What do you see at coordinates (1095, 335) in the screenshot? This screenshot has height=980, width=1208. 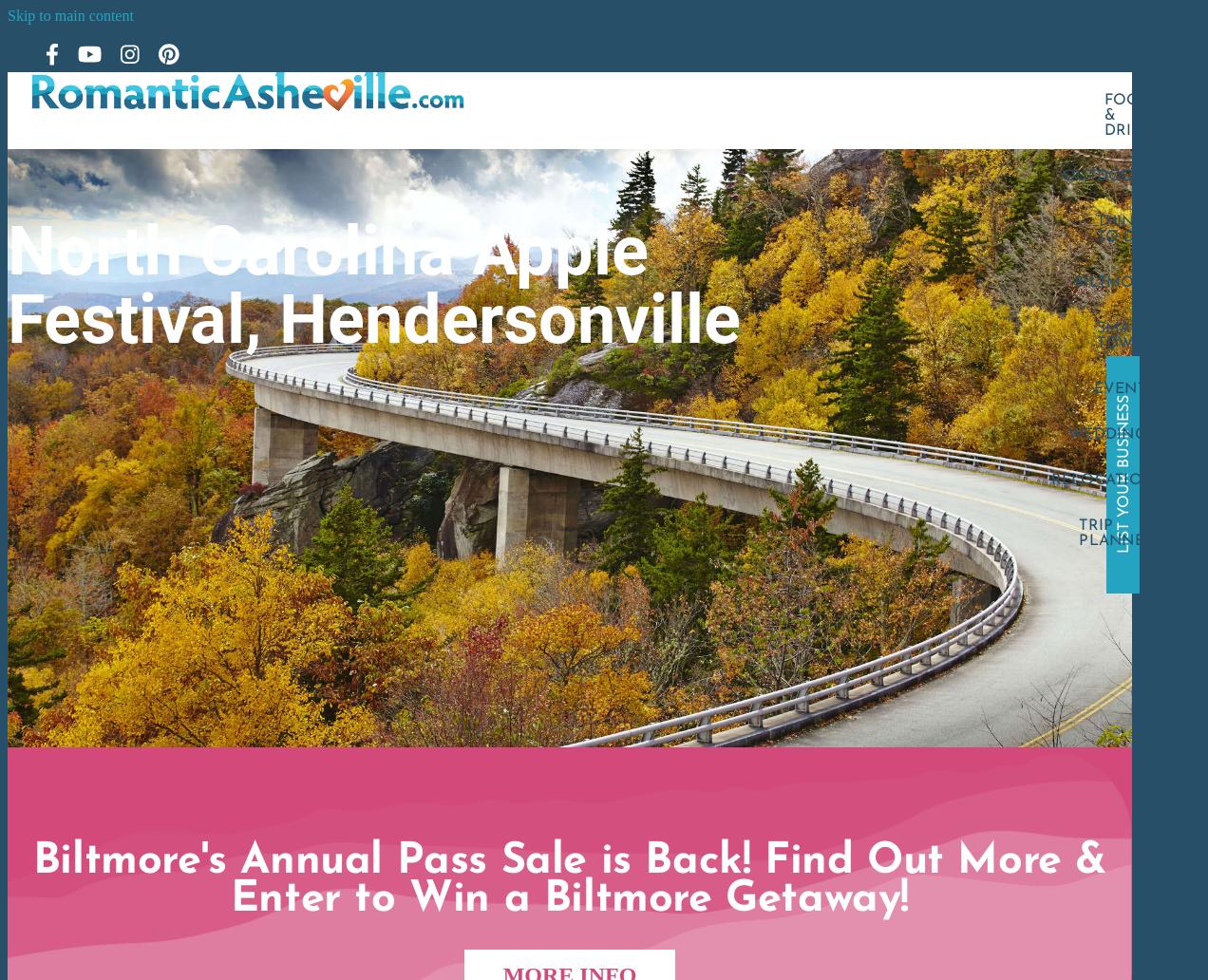 I see `'Small Towns'` at bounding box center [1095, 335].